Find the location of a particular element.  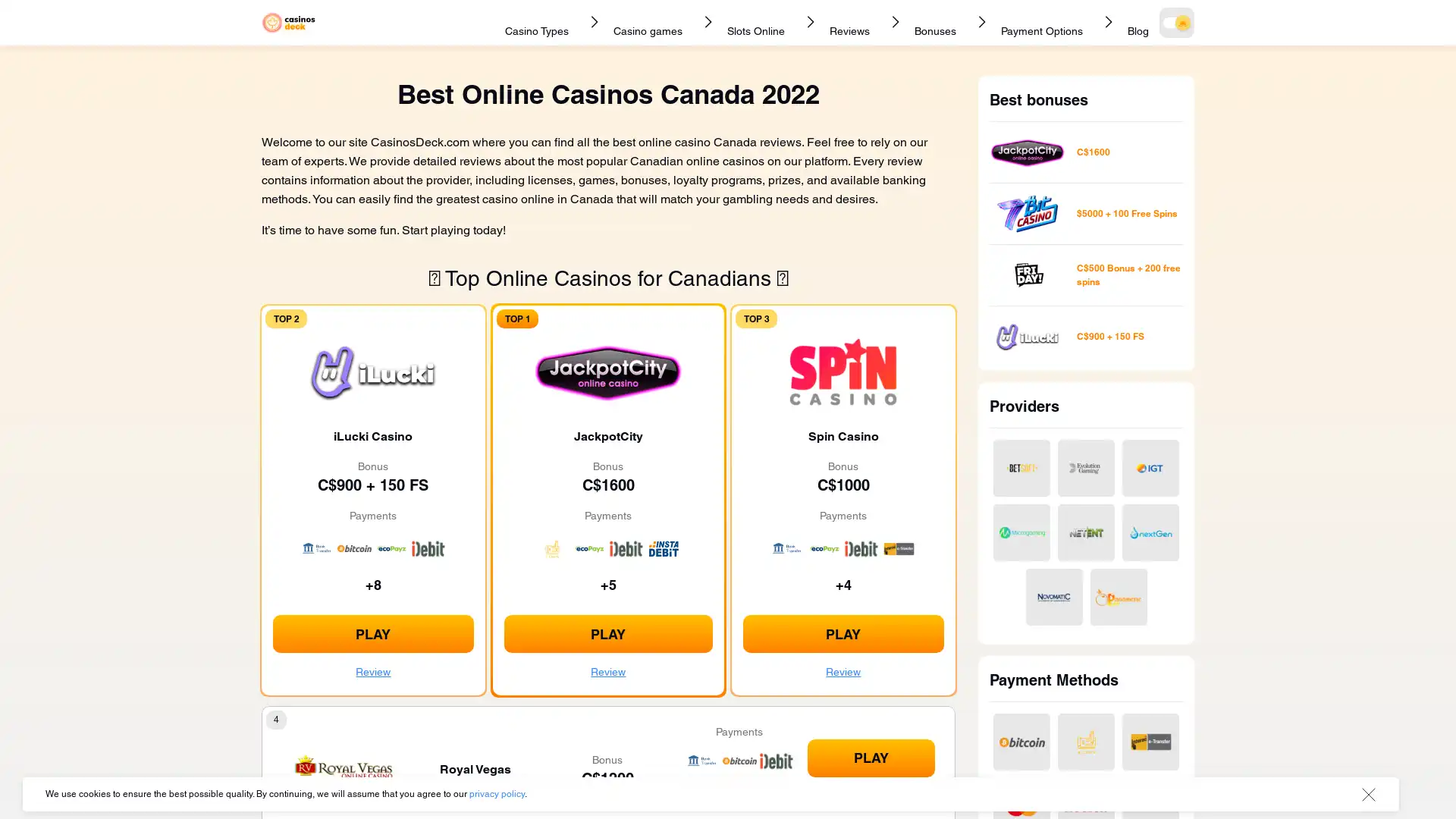

PLAY is located at coordinates (871, 758).